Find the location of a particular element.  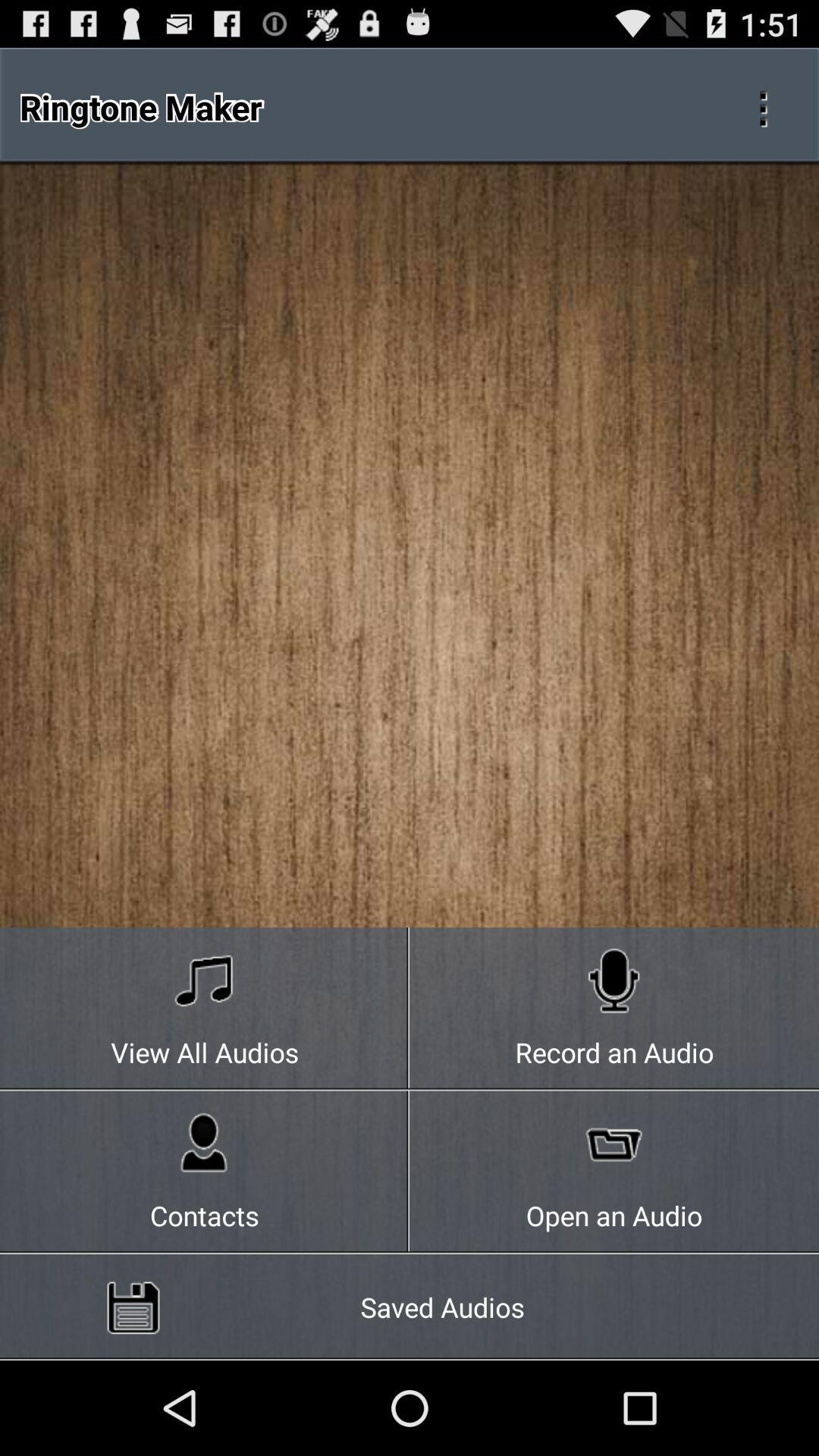

find more settings is located at coordinates (763, 106).